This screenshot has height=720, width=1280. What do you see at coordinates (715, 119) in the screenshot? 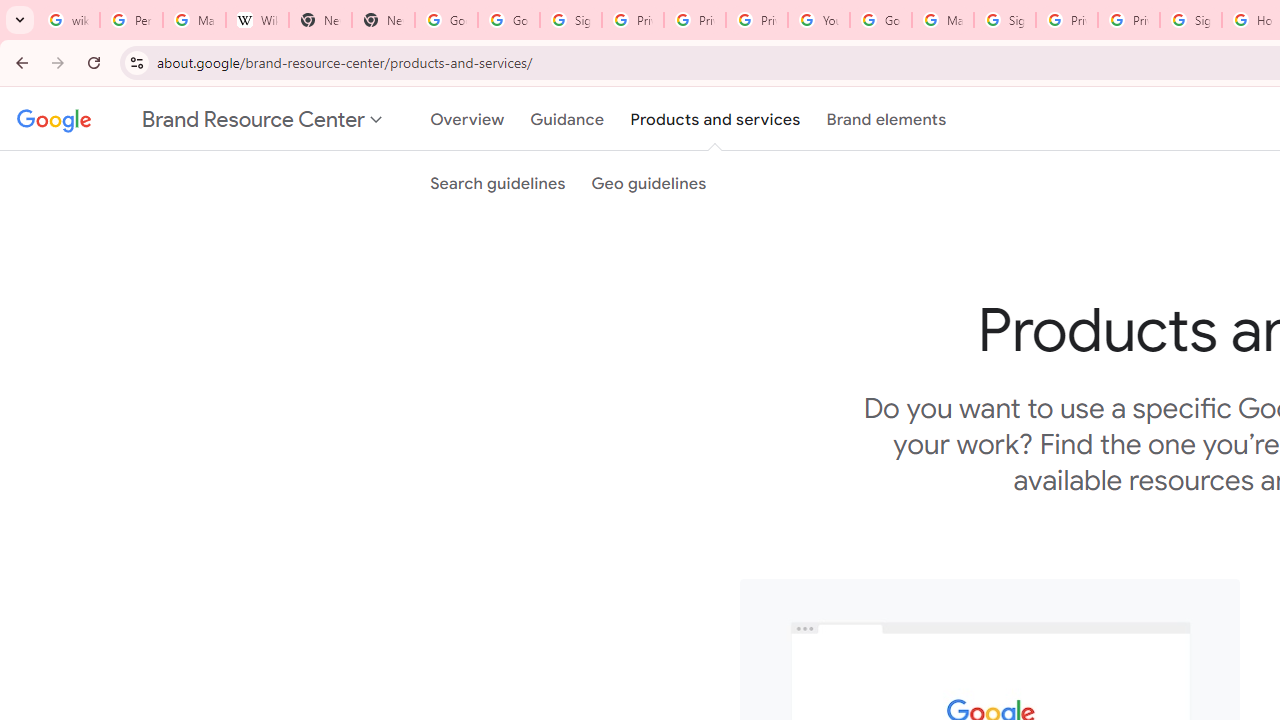
I see `'Products and services'` at bounding box center [715, 119].